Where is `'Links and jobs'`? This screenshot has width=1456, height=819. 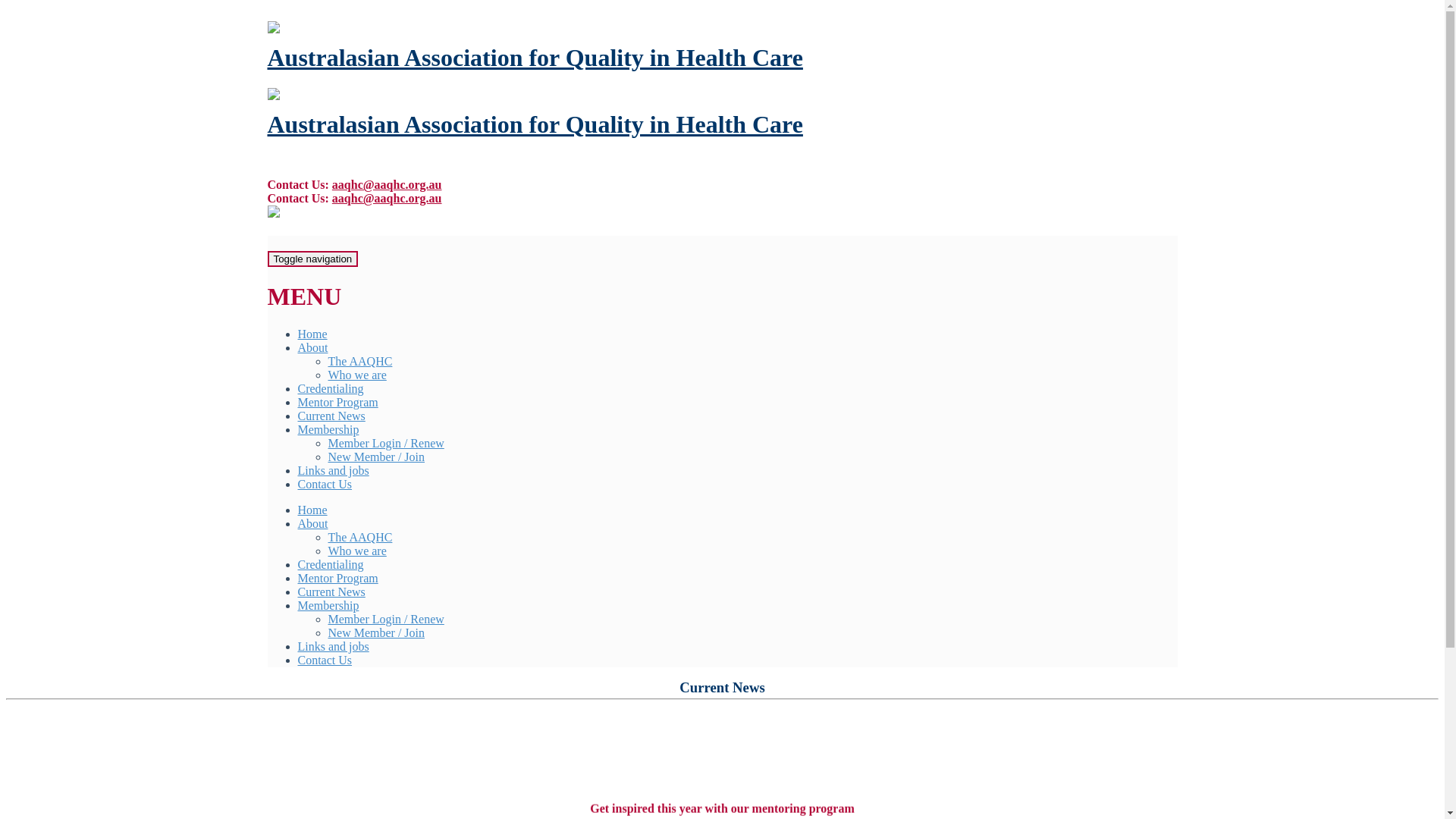 'Links and jobs' is located at coordinates (331, 469).